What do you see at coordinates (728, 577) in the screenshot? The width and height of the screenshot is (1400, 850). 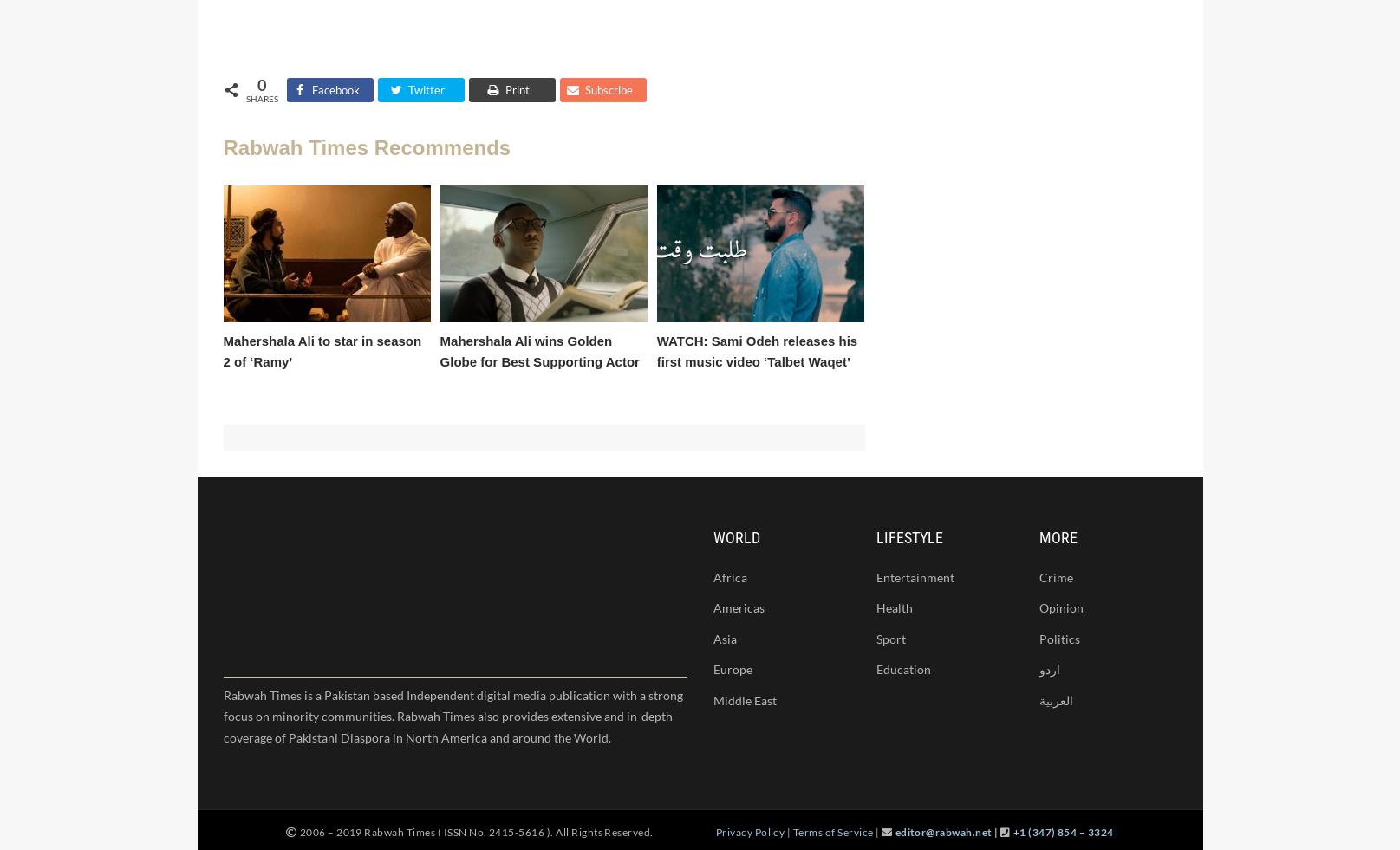 I see `'Africa'` at bounding box center [728, 577].